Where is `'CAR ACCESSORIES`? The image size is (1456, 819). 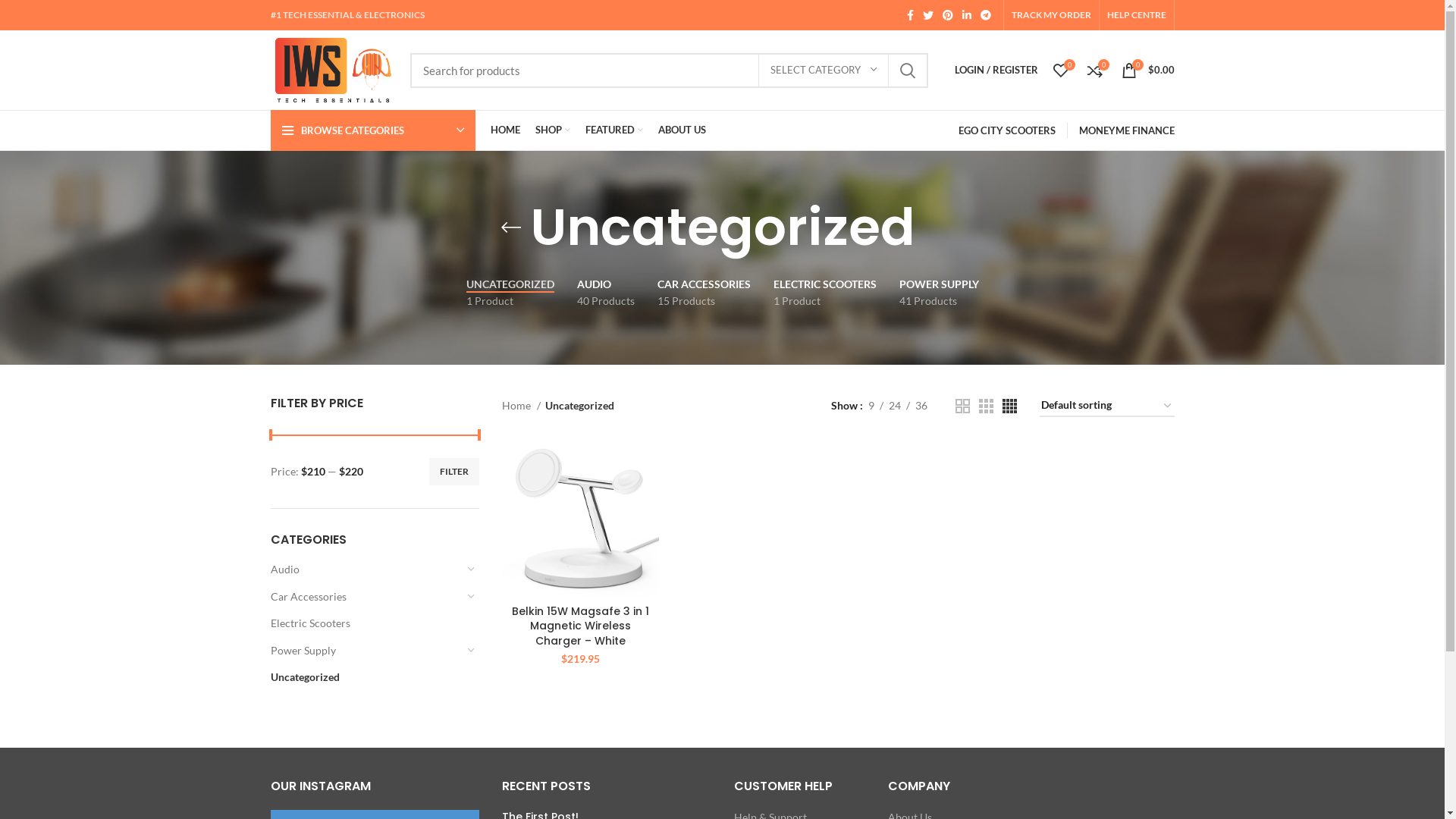
'CAR ACCESSORIES is located at coordinates (703, 293).